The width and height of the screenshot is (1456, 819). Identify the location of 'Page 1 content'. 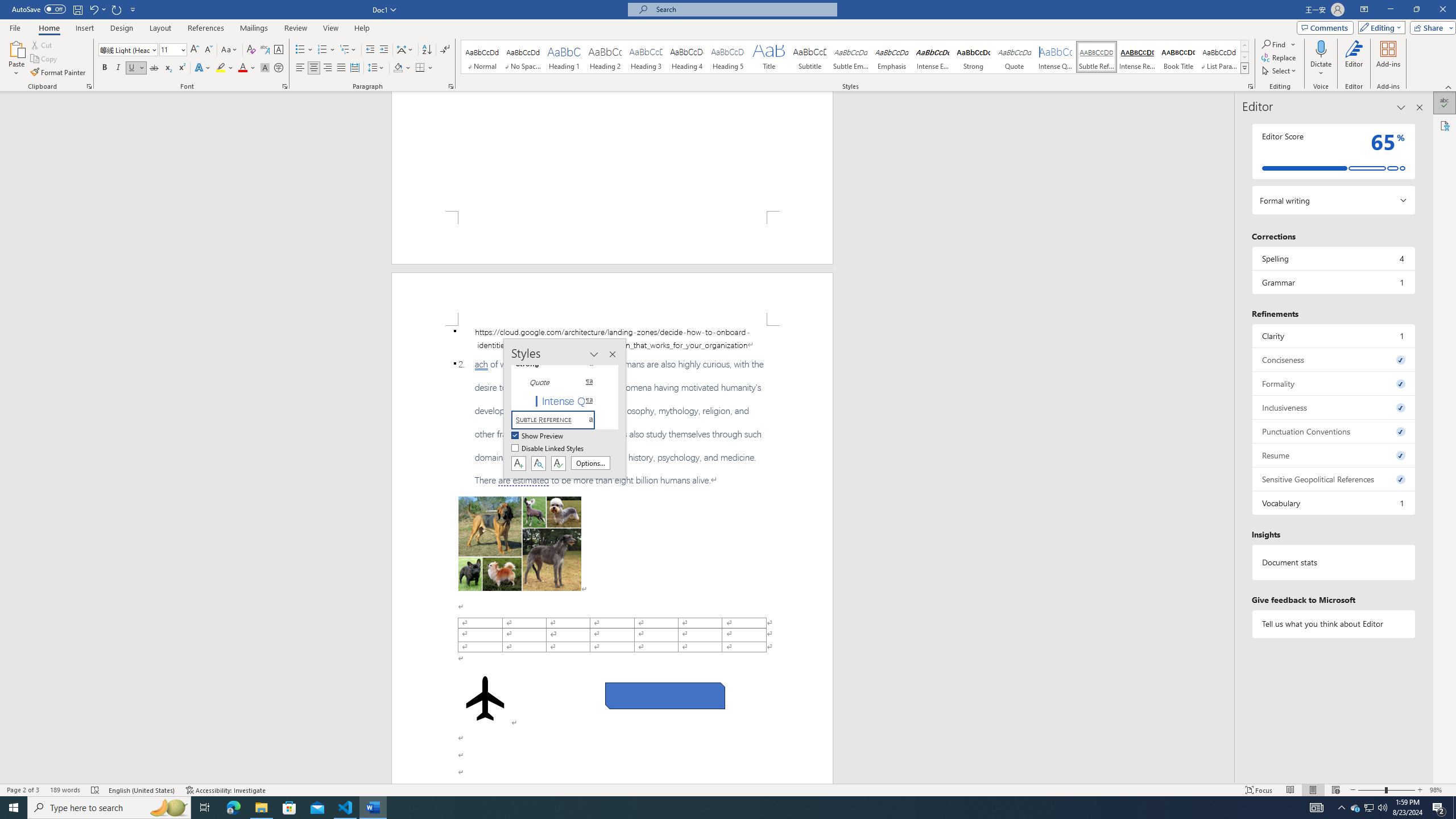
(612, 151).